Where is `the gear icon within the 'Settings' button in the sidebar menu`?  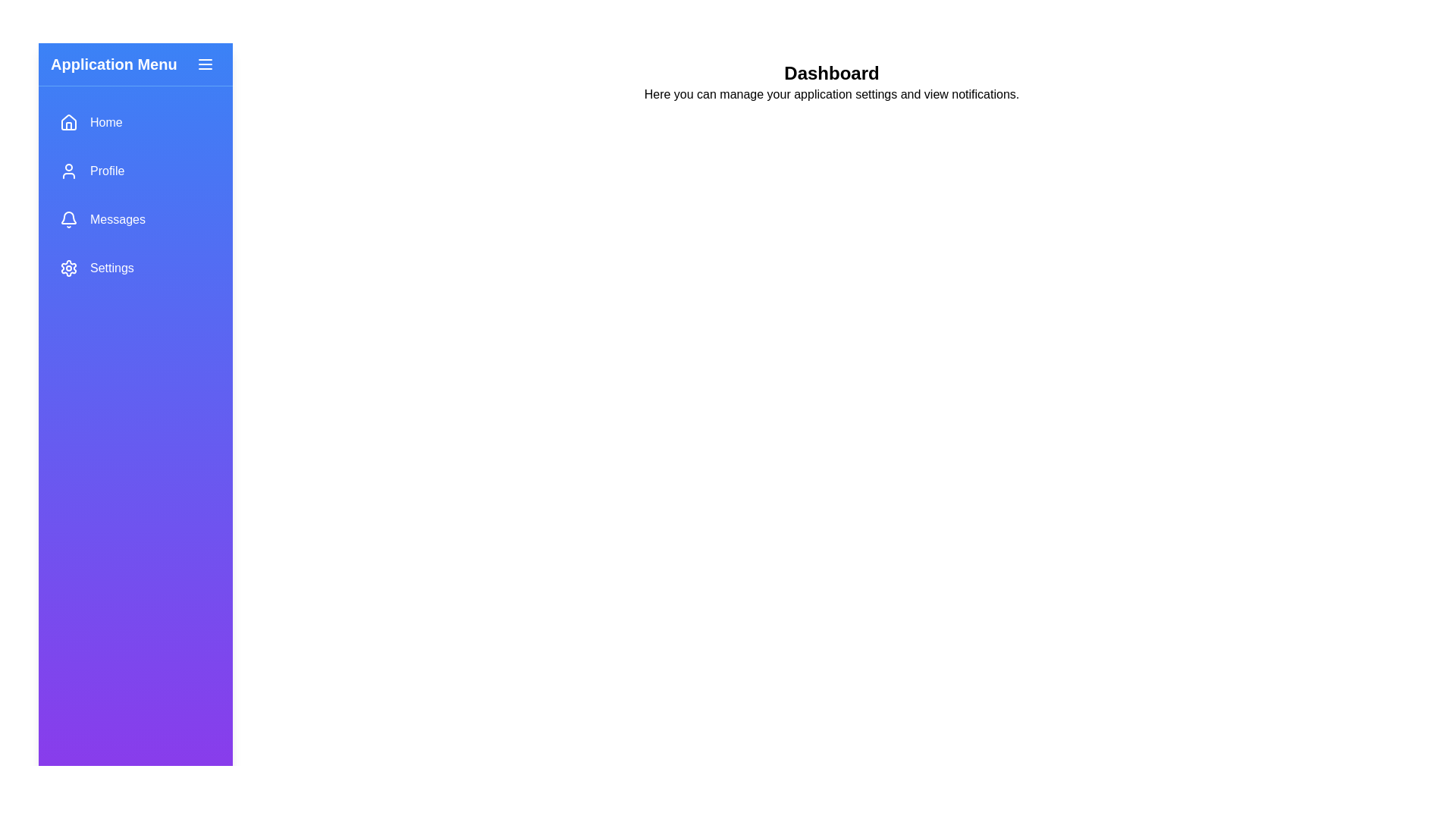
the gear icon within the 'Settings' button in the sidebar menu is located at coordinates (68, 268).